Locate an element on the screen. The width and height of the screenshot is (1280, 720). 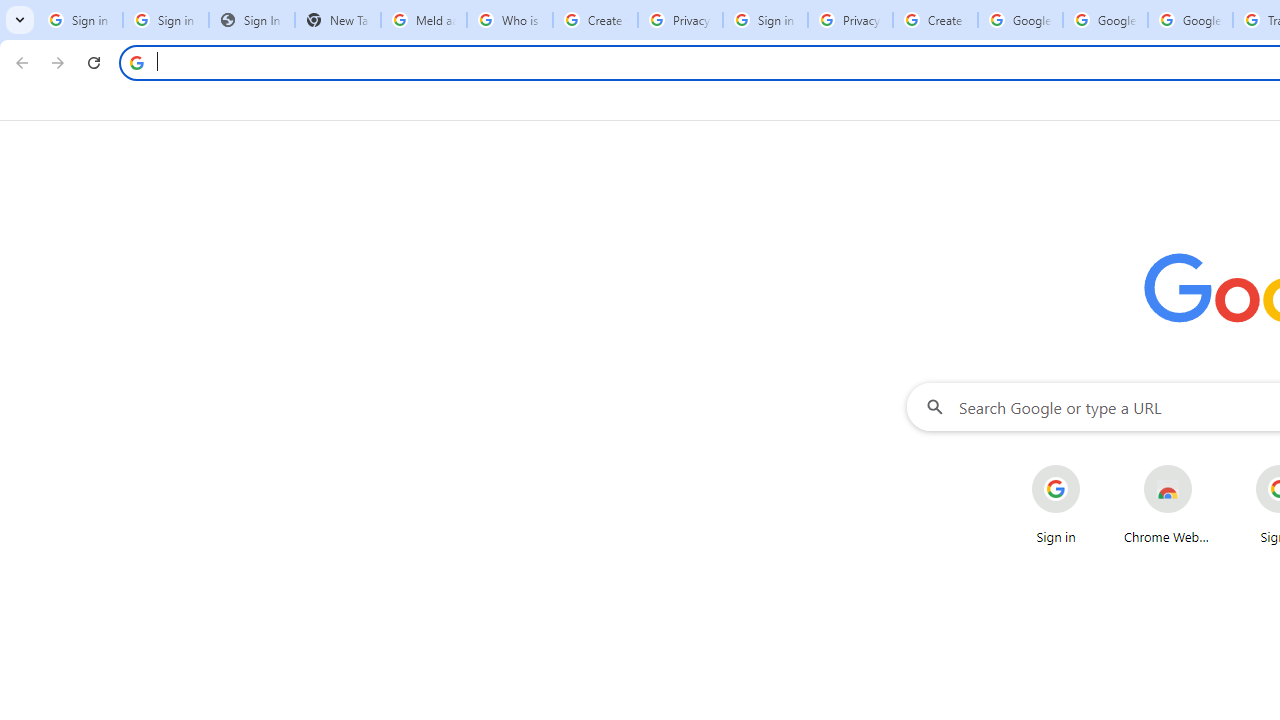
'More actions for Chrome Web Store shortcut' is located at coordinates (1207, 466).